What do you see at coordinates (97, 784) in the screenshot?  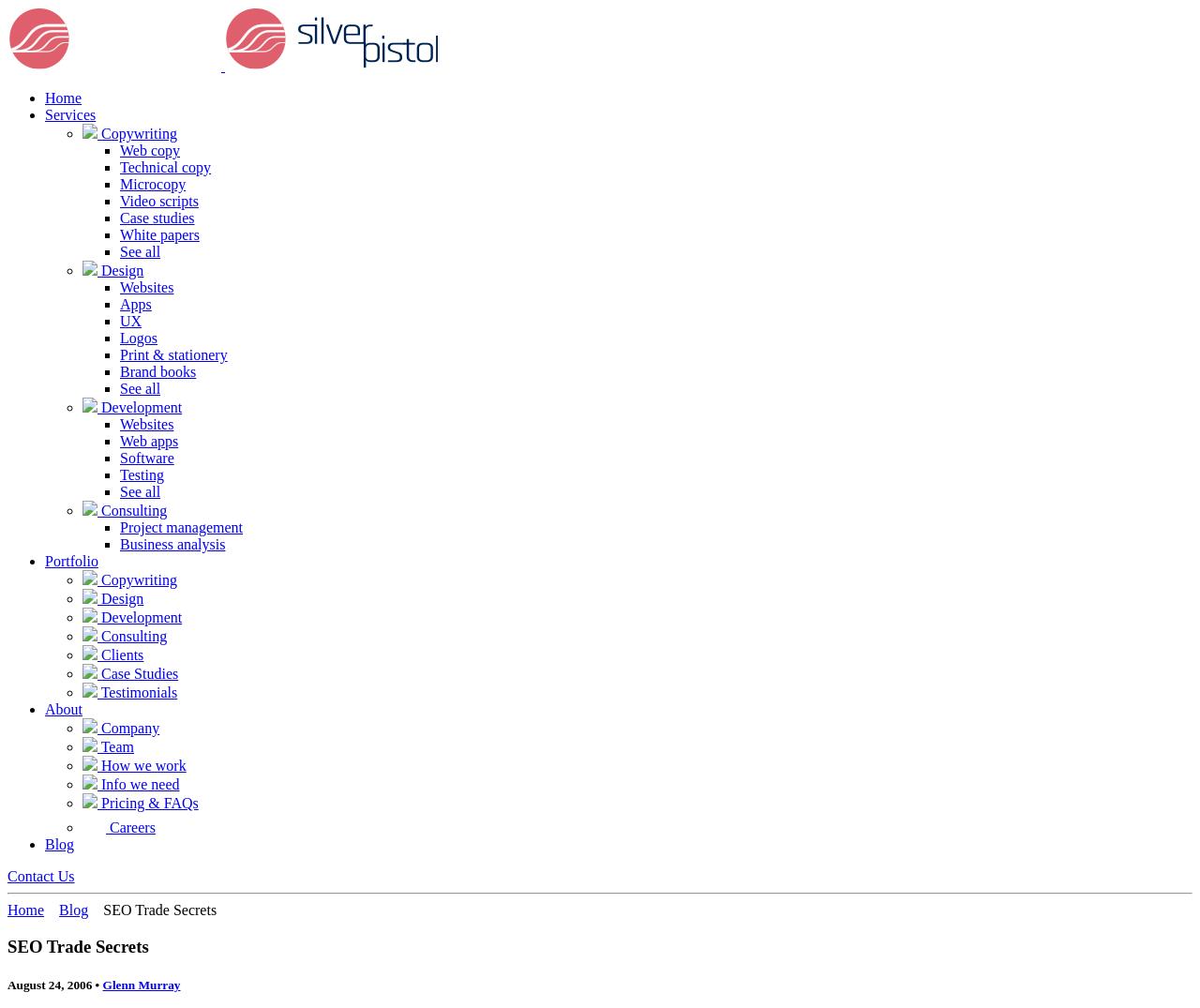 I see `'Info we need'` at bounding box center [97, 784].